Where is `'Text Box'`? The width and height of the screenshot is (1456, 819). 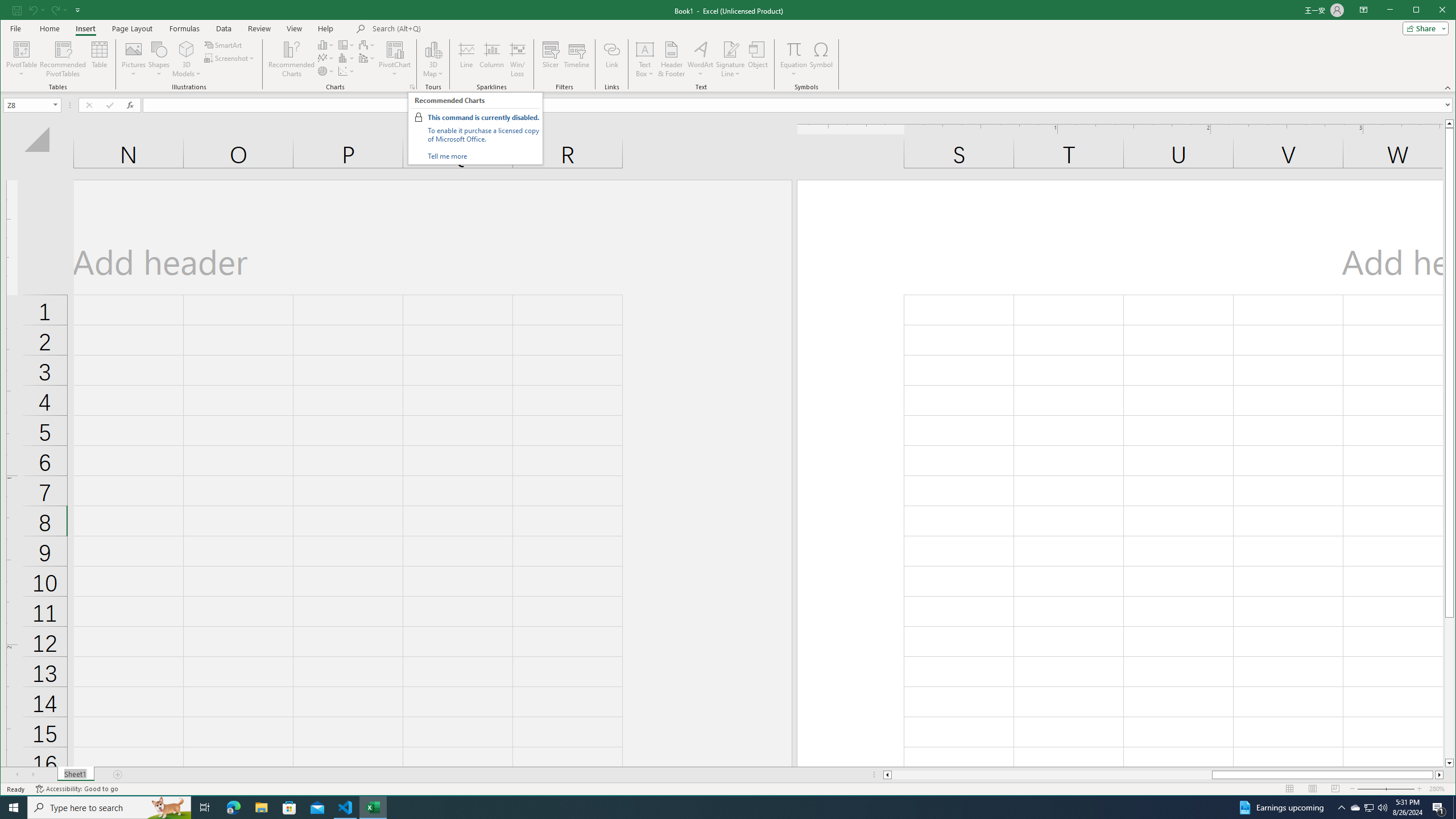 'Text Box' is located at coordinates (644, 59).